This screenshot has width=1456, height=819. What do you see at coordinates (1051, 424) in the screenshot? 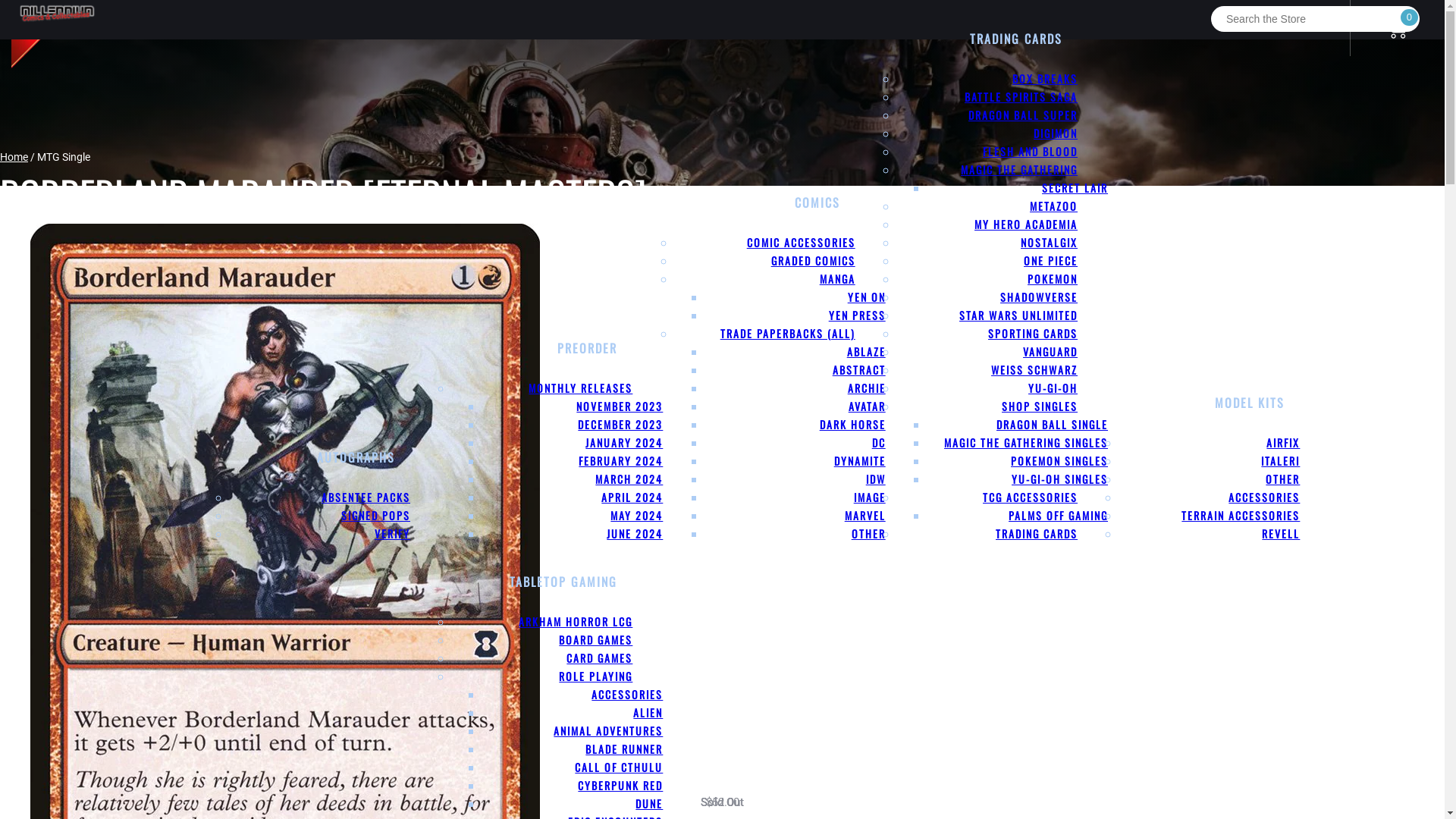
I see `'DRAGON BALL SINGLE'` at bounding box center [1051, 424].